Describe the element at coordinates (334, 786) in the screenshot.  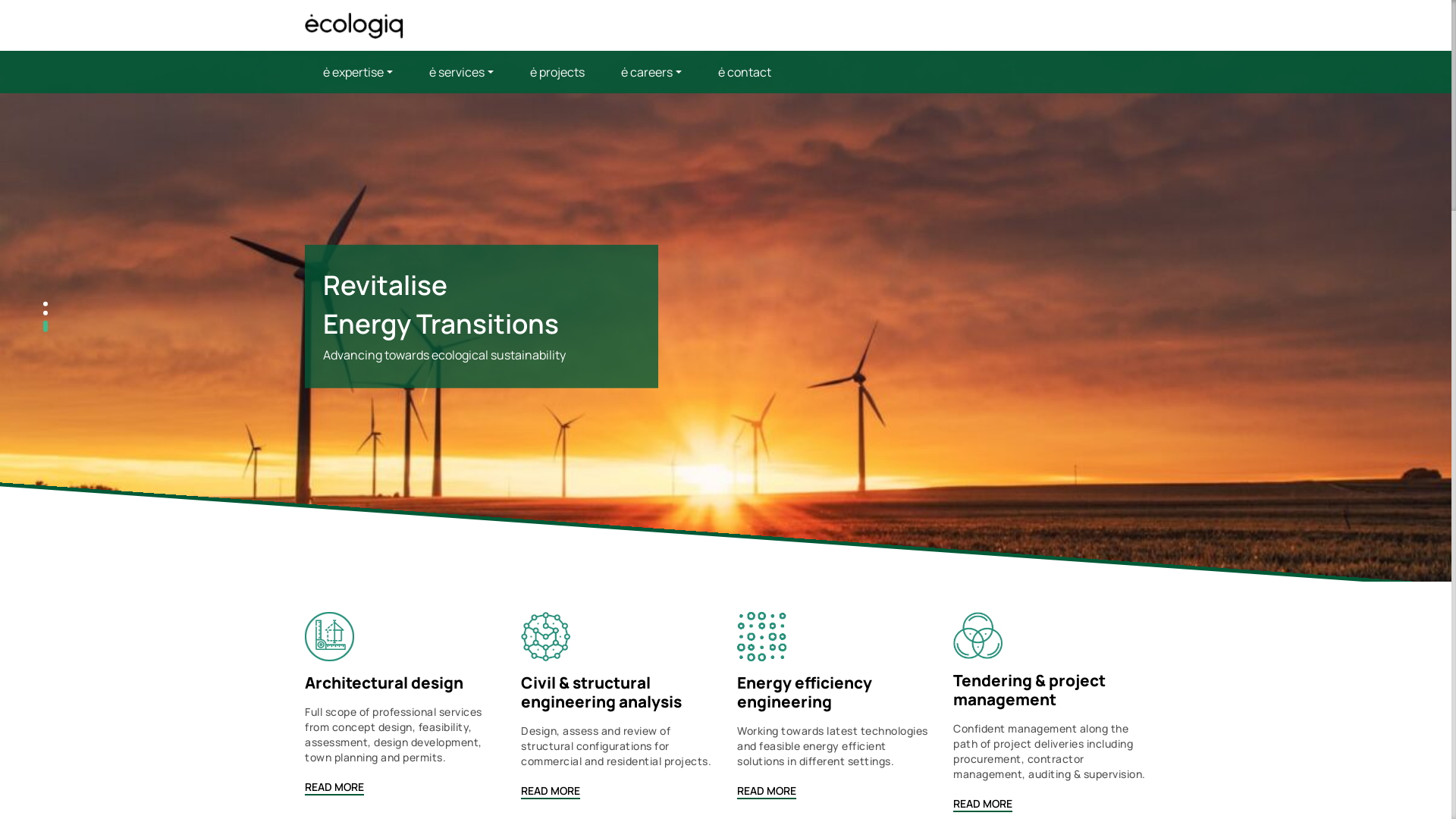
I see `'READ MORE'` at that location.